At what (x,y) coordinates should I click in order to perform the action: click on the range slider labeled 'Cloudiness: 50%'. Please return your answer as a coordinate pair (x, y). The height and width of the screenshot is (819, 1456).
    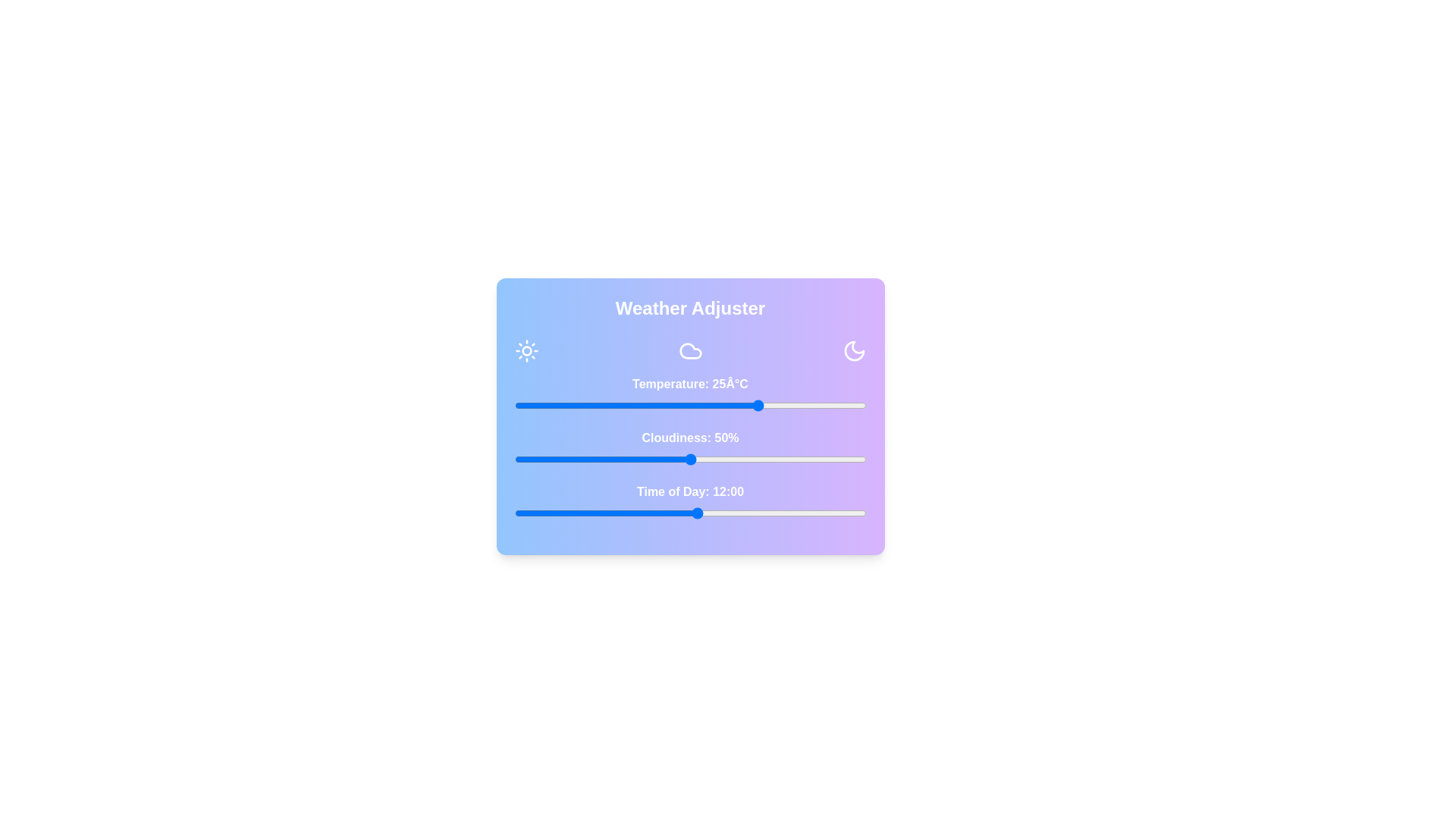
    Looking at the image, I should click on (689, 449).